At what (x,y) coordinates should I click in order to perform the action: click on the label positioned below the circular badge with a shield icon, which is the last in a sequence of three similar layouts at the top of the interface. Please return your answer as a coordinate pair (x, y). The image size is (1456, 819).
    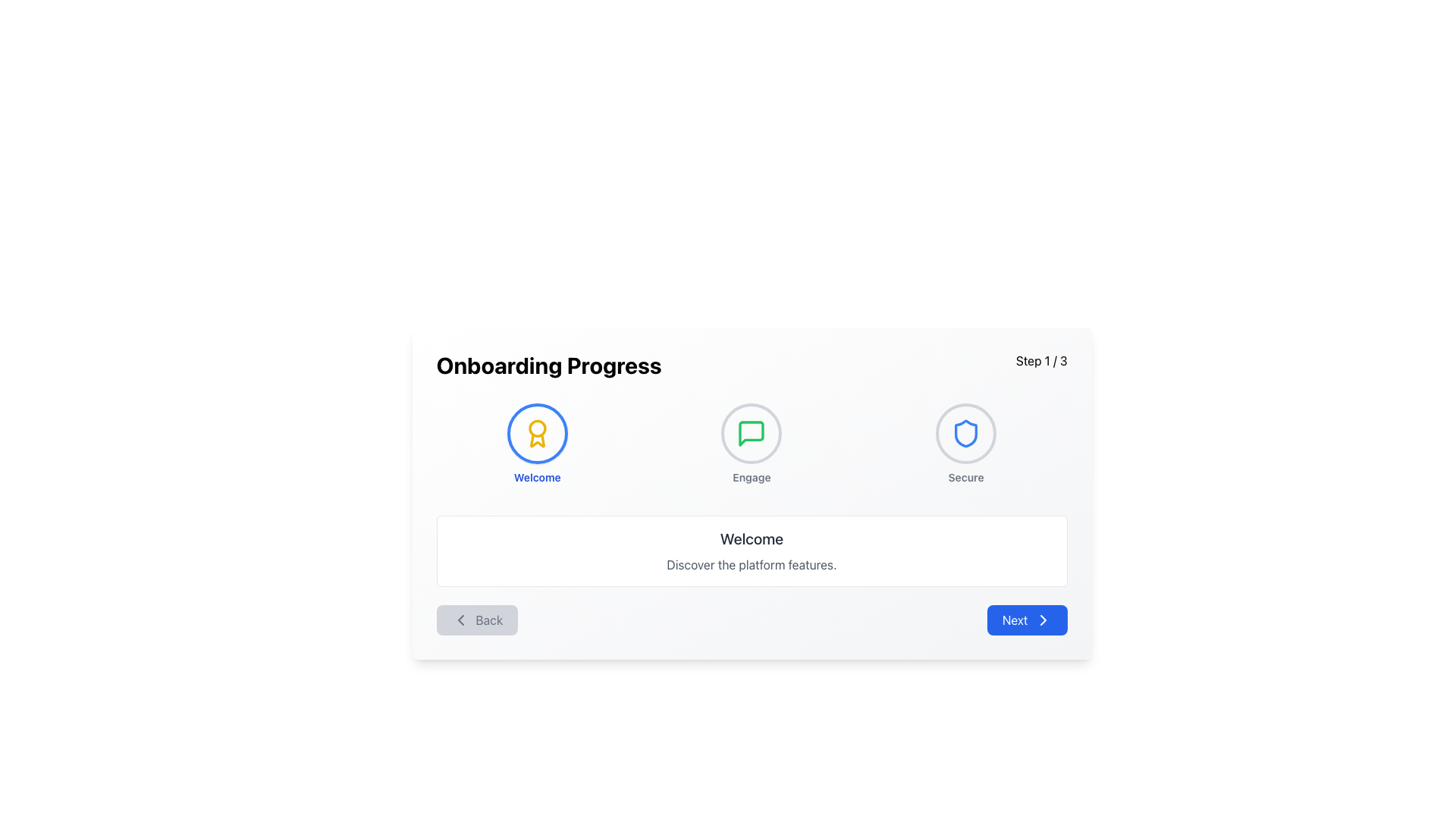
    Looking at the image, I should click on (965, 476).